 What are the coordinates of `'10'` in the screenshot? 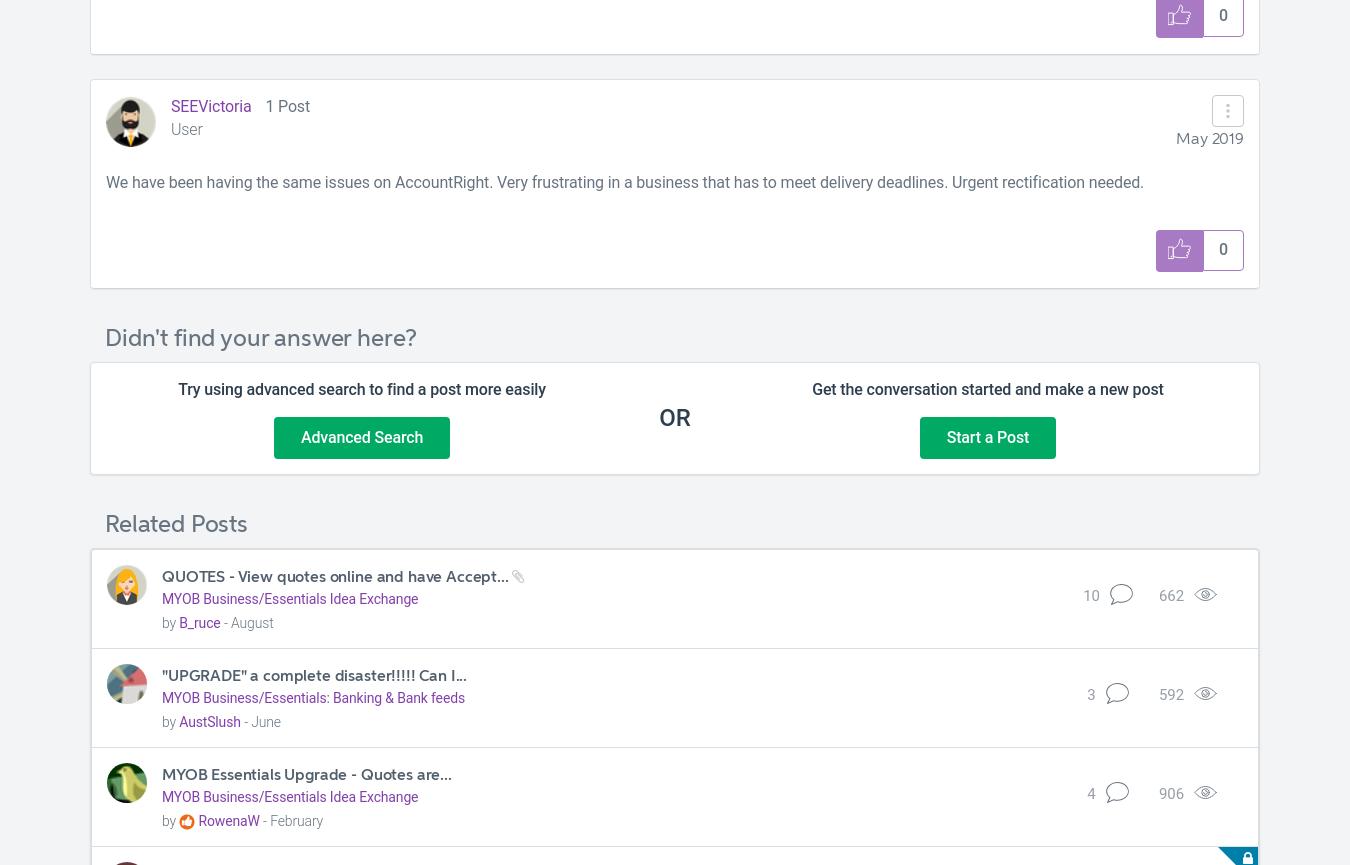 It's located at (1090, 595).